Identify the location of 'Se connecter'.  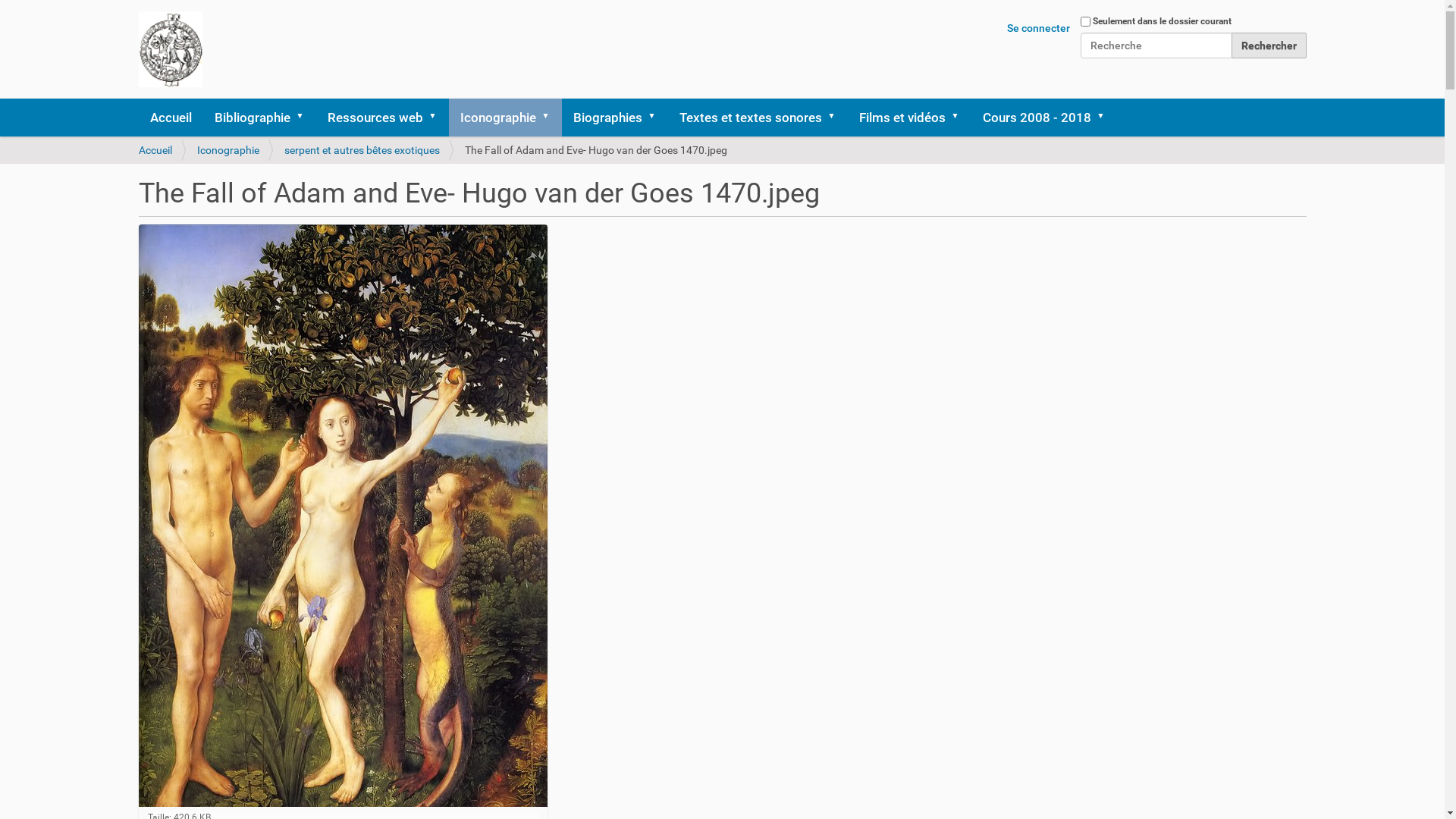
(1007, 28).